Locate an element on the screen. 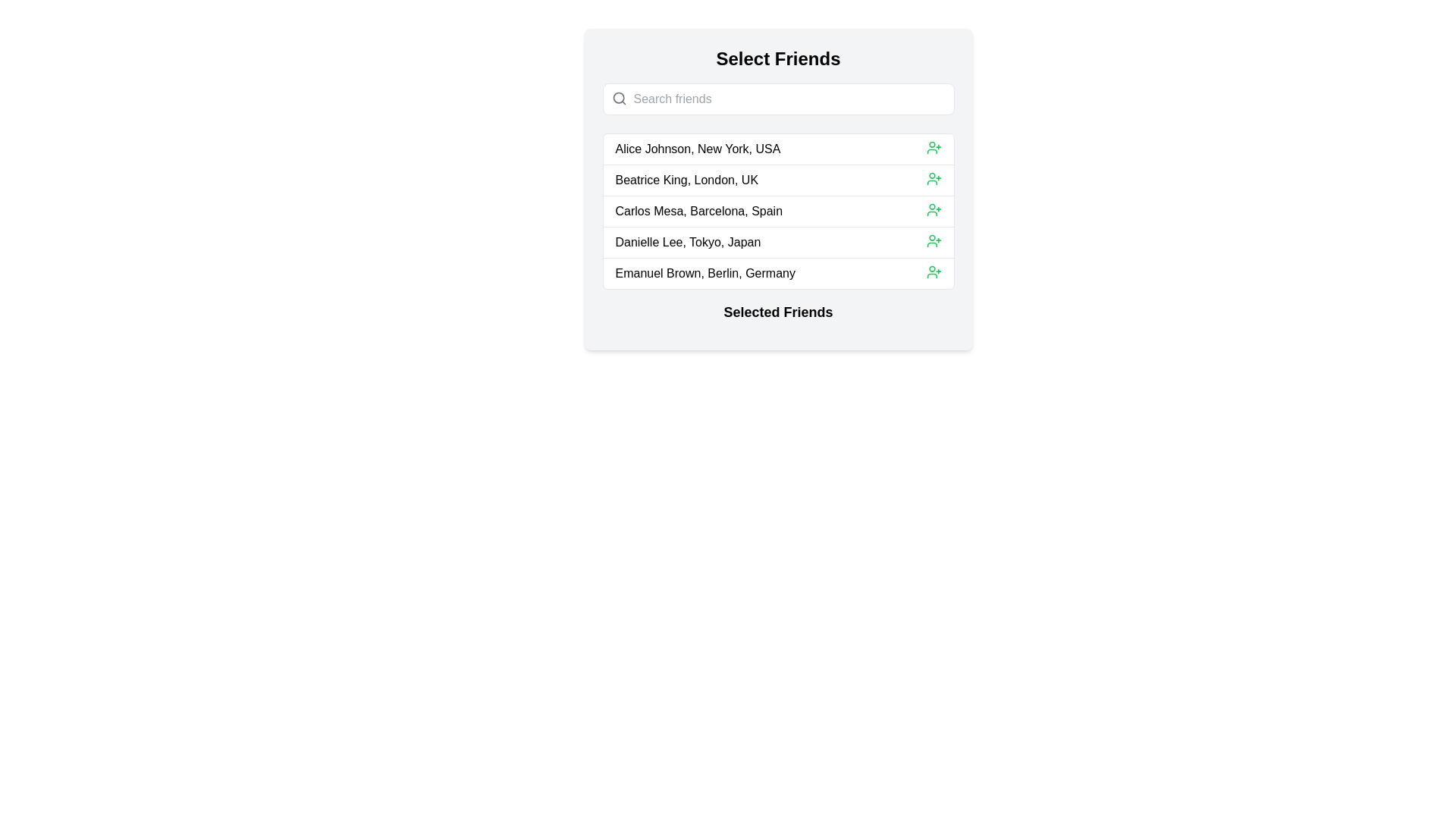  the first item in the list, which contains the text 'Alice Johnson, New York, USA', within the 'Select Friends' panel is located at coordinates (697, 149).